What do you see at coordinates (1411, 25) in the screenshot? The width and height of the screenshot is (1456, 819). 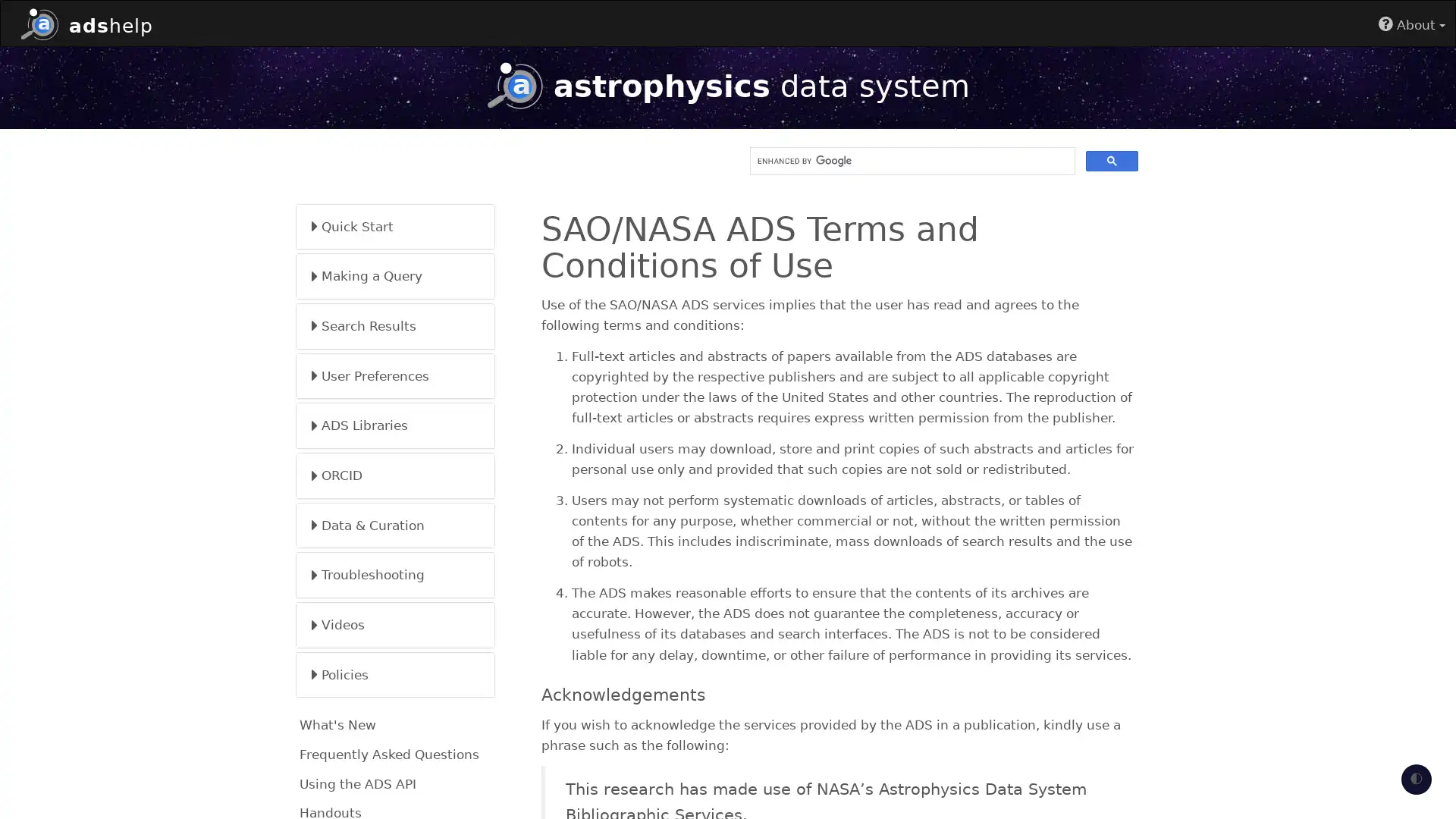 I see `About` at bounding box center [1411, 25].